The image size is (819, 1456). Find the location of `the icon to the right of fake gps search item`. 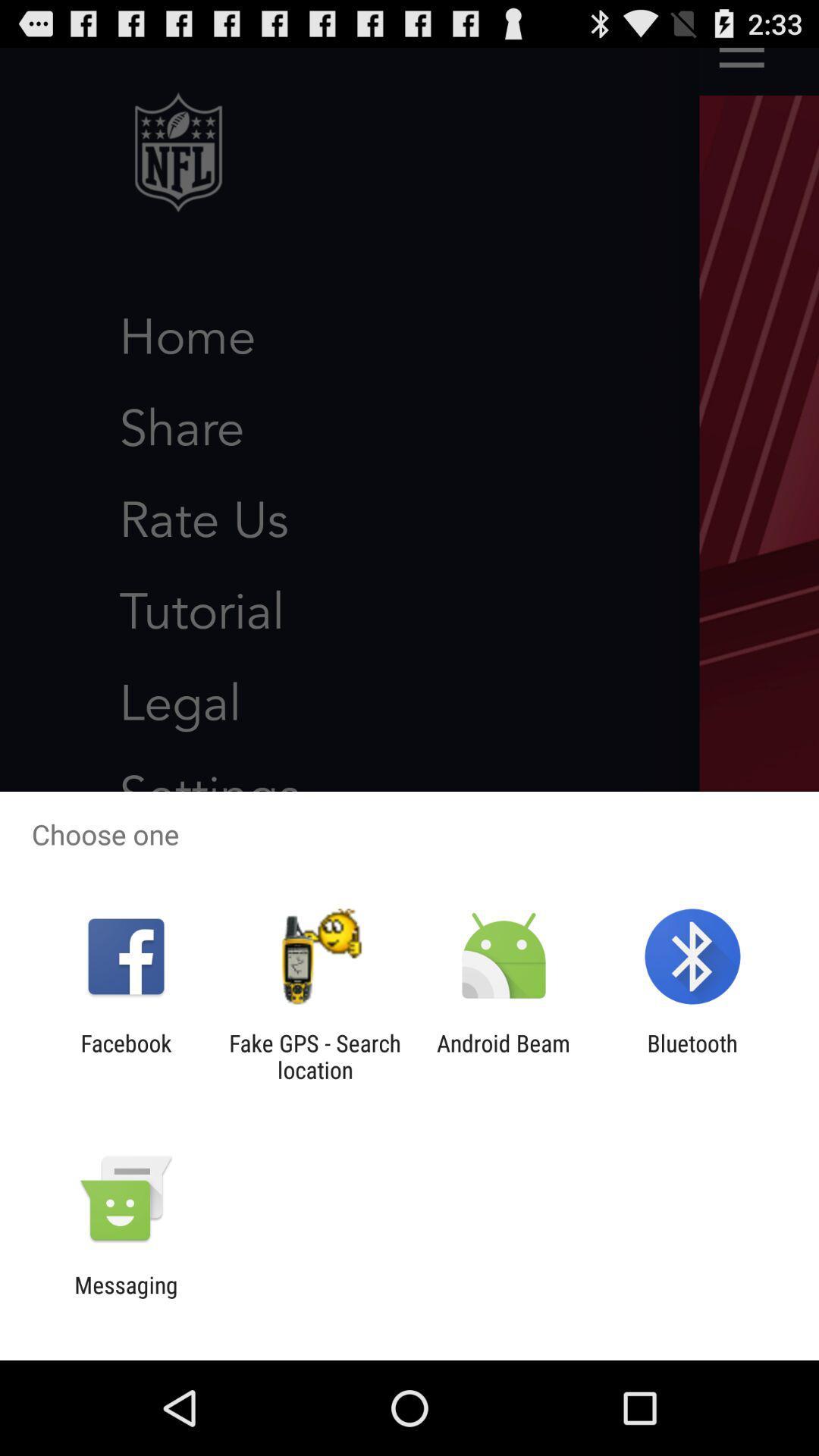

the icon to the right of fake gps search item is located at coordinates (504, 1056).